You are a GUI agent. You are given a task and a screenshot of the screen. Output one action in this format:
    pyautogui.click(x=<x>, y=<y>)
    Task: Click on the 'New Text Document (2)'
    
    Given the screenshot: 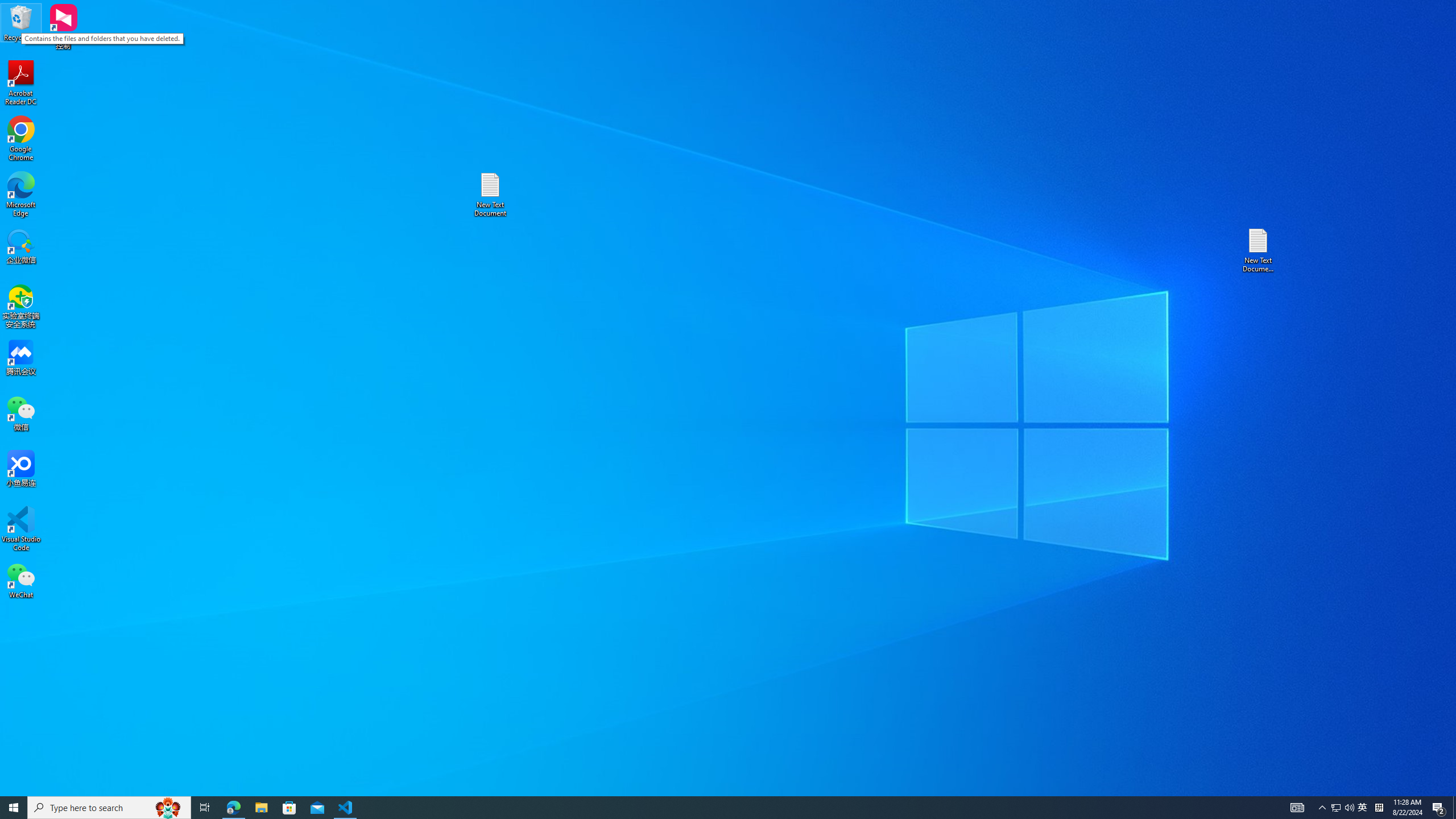 What is the action you would take?
    pyautogui.click(x=1259, y=249)
    